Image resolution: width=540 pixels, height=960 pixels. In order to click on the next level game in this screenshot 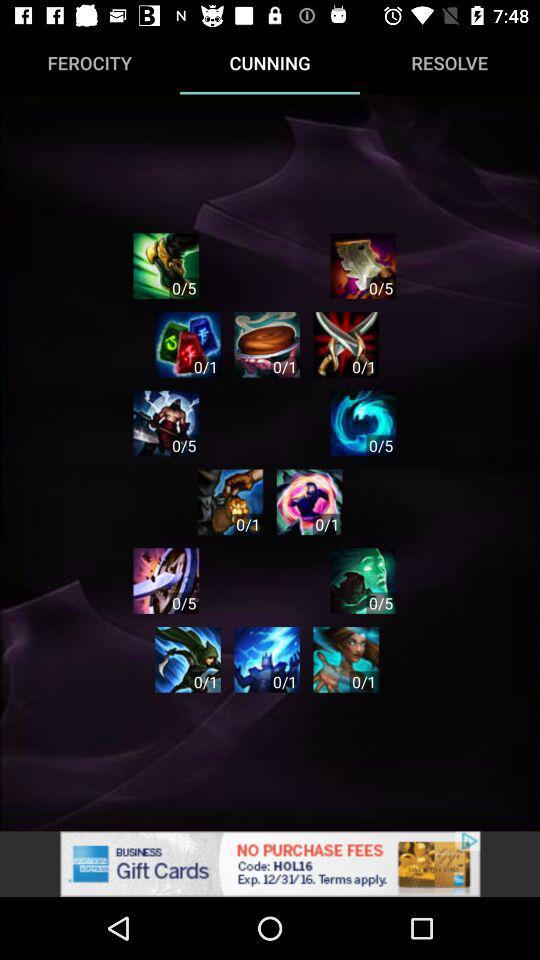, I will do `click(229, 501)`.